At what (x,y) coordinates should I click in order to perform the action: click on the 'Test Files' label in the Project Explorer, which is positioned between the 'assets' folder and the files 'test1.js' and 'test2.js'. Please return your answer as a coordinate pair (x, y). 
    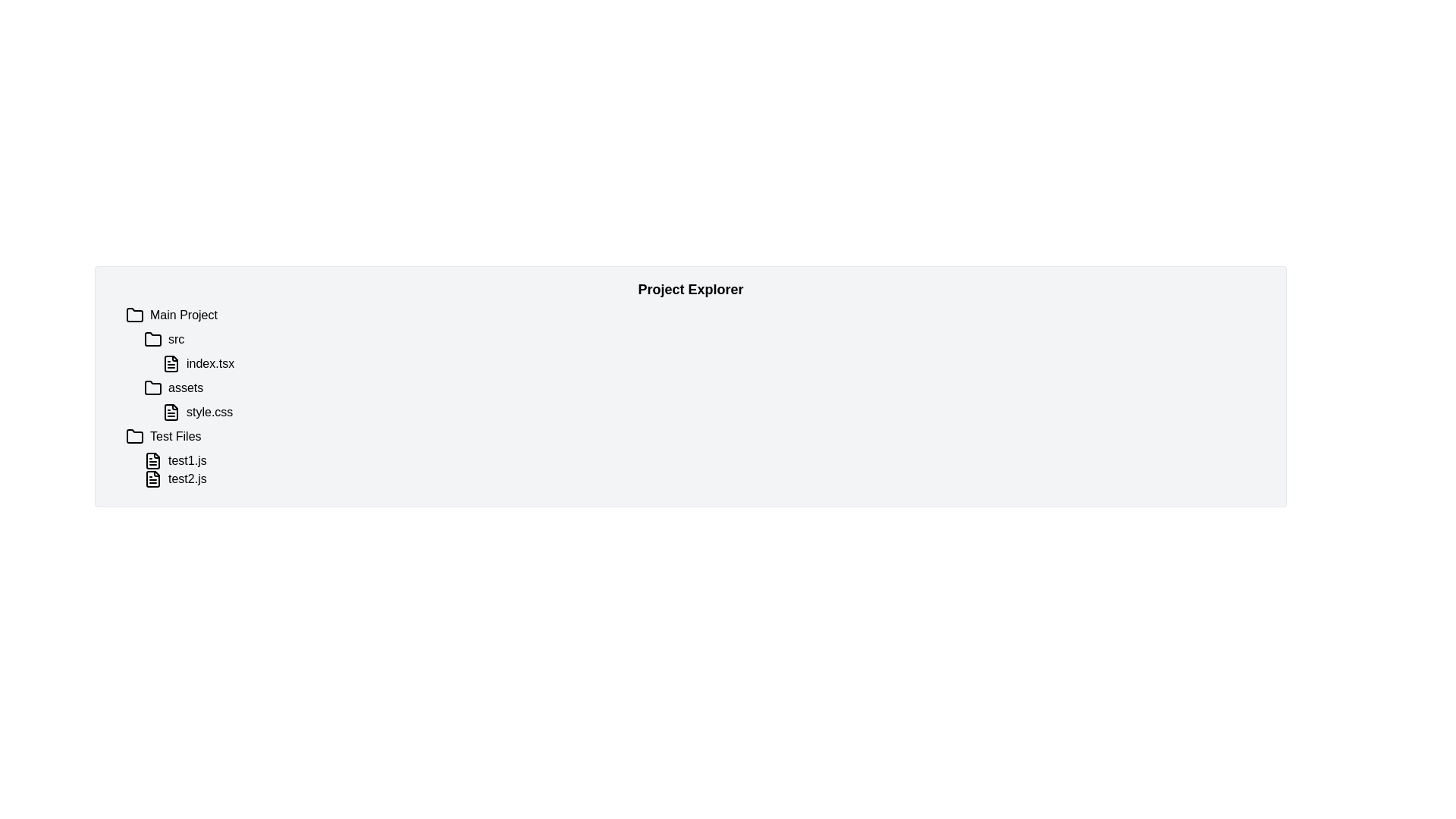
    Looking at the image, I should click on (175, 436).